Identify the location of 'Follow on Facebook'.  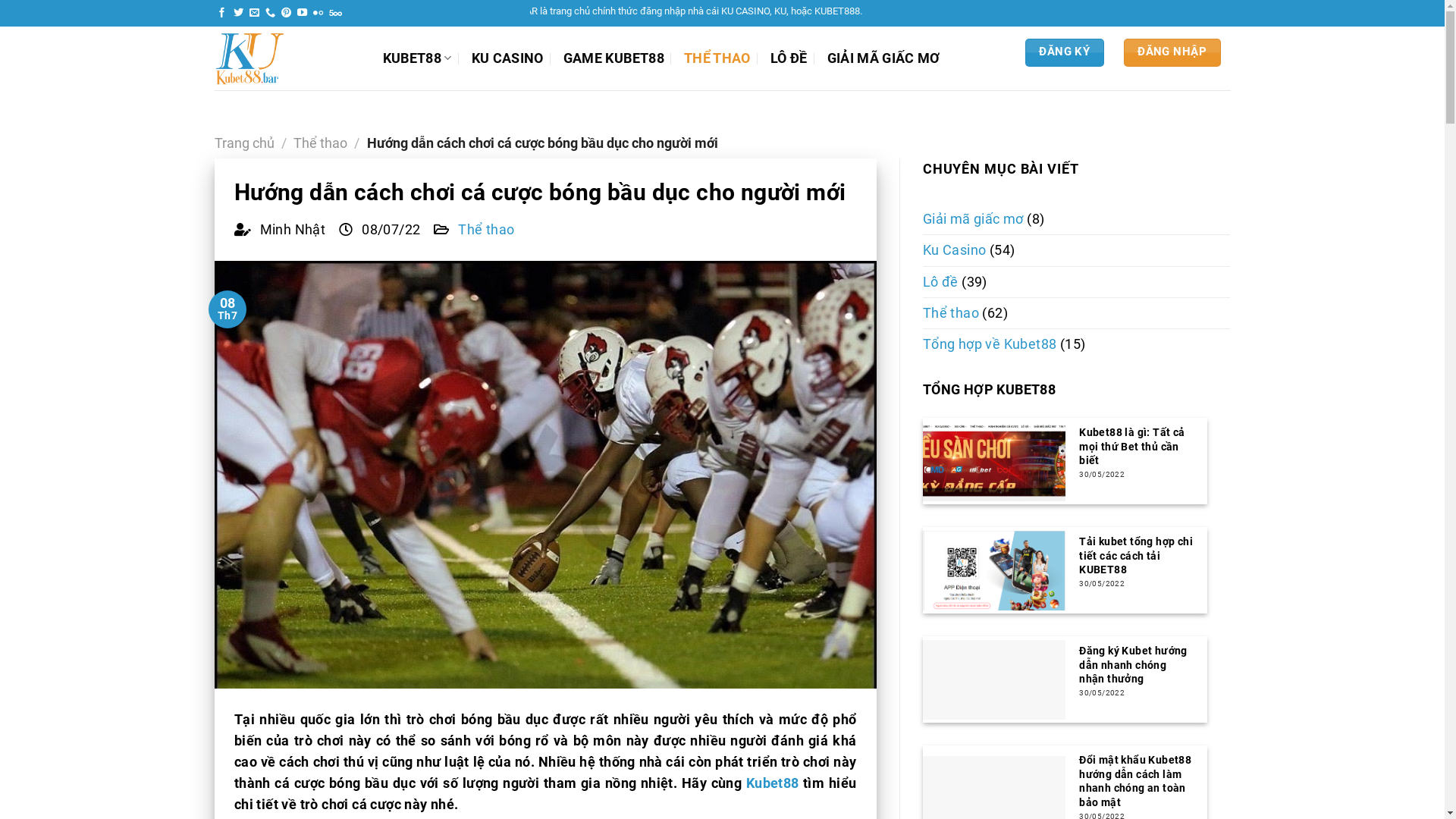
(221, 13).